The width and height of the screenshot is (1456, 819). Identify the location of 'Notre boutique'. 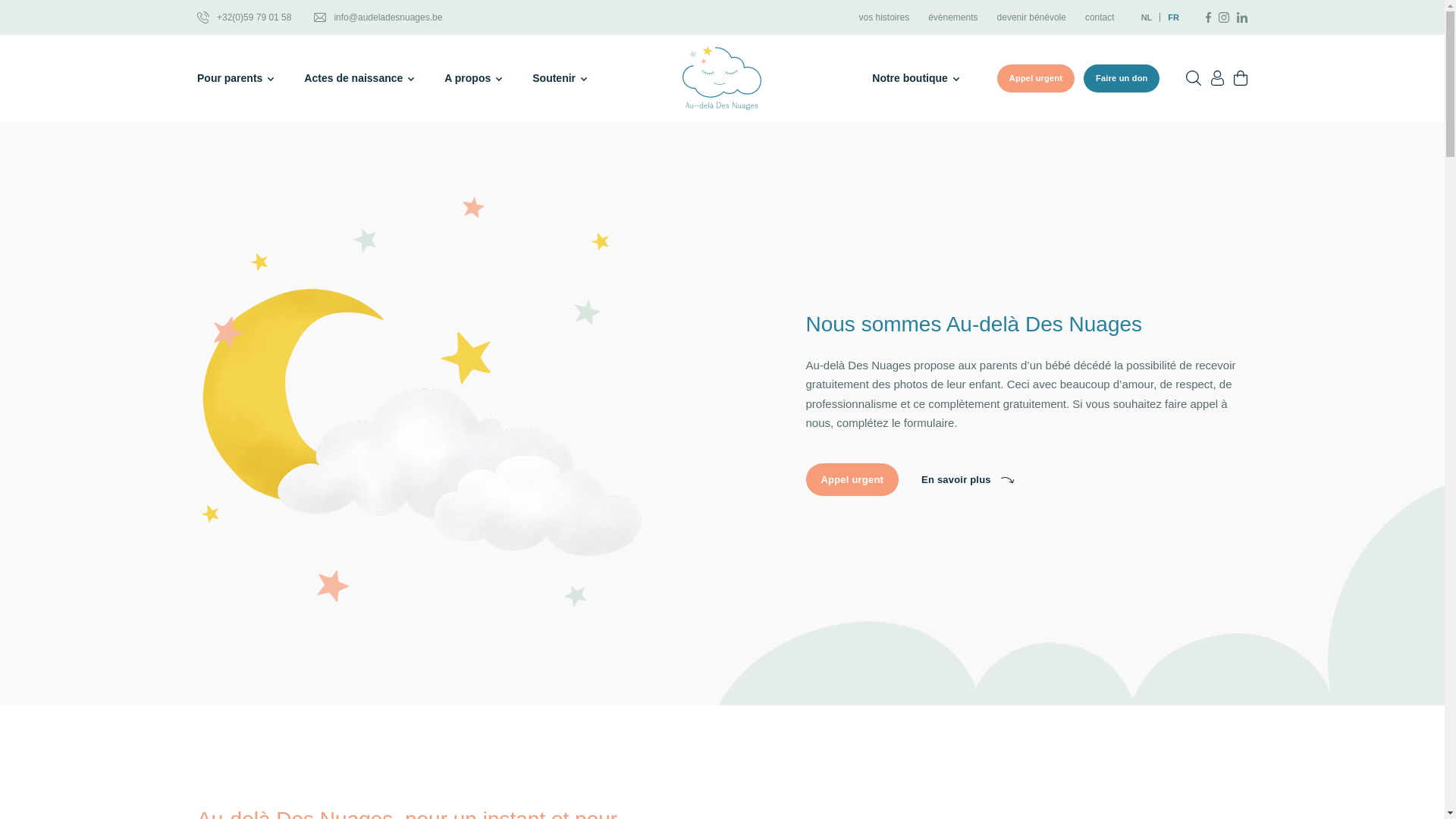
(915, 78).